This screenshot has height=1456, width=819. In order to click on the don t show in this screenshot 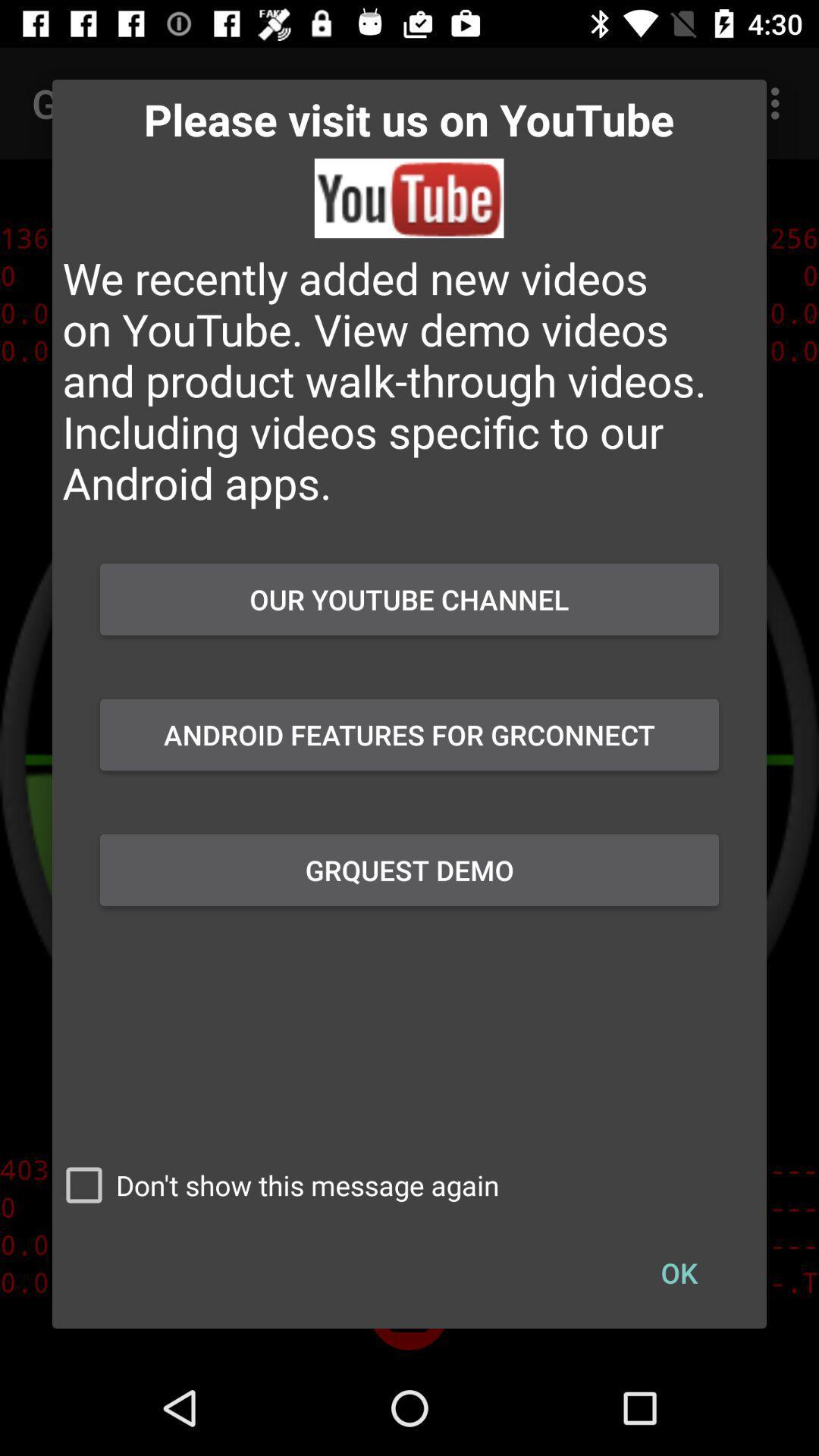, I will do `click(275, 1185)`.